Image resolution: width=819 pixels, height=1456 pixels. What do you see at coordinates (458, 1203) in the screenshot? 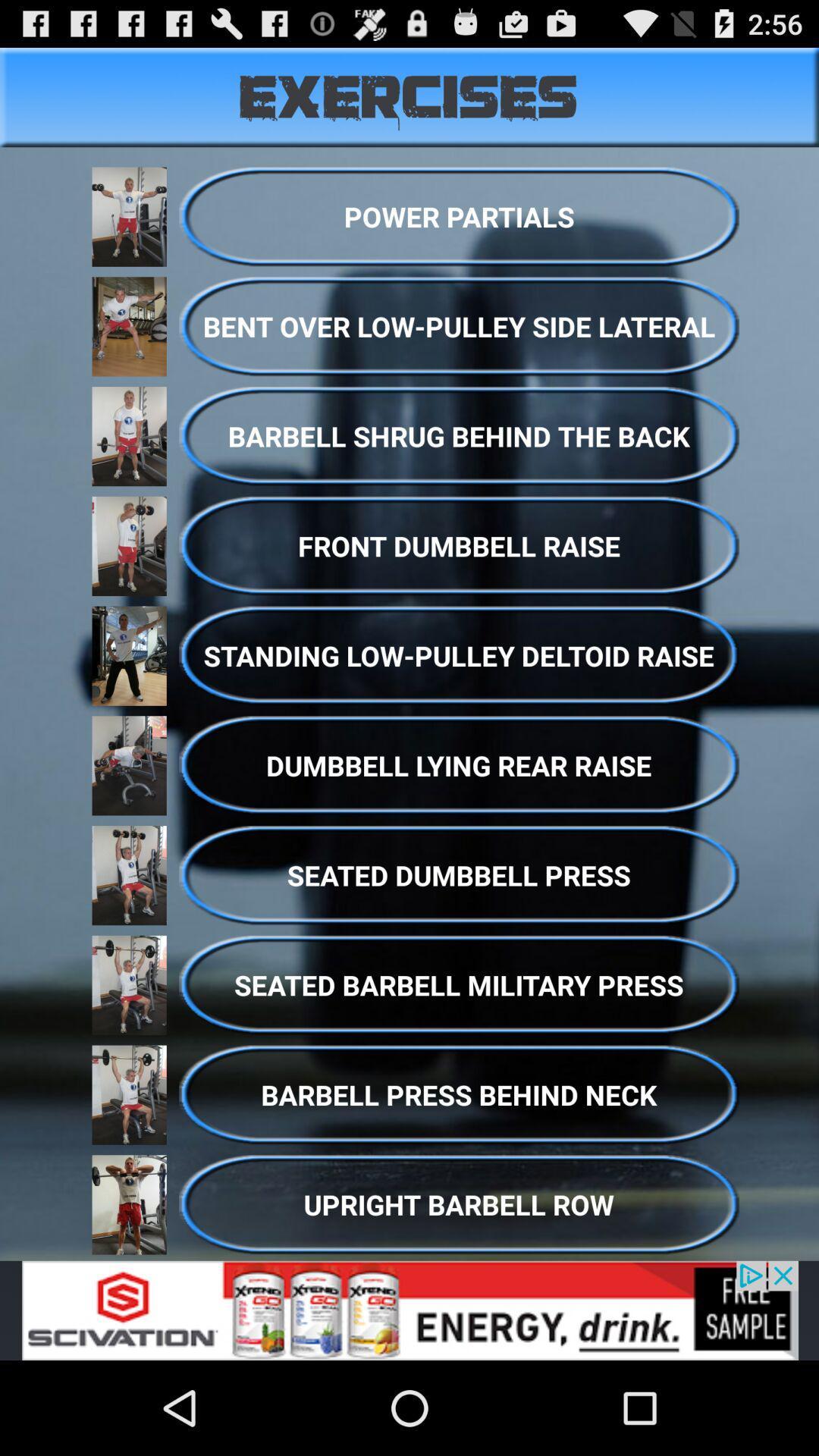
I see `the text in the bottom below barbell press behind neck` at bounding box center [458, 1203].